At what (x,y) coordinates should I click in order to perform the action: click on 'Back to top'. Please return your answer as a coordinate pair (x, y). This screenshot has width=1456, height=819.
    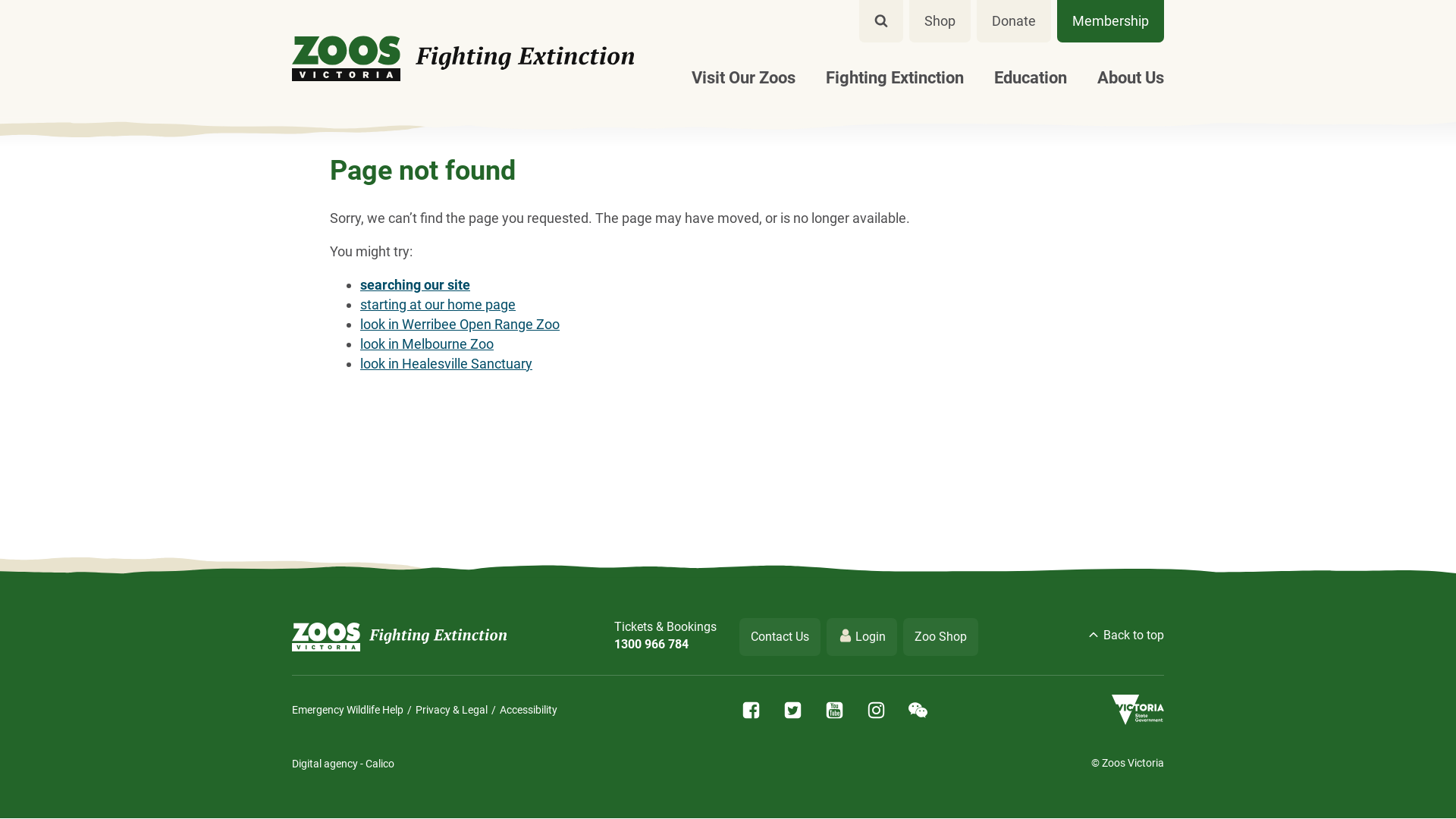
    Looking at the image, I should click on (1125, 637).